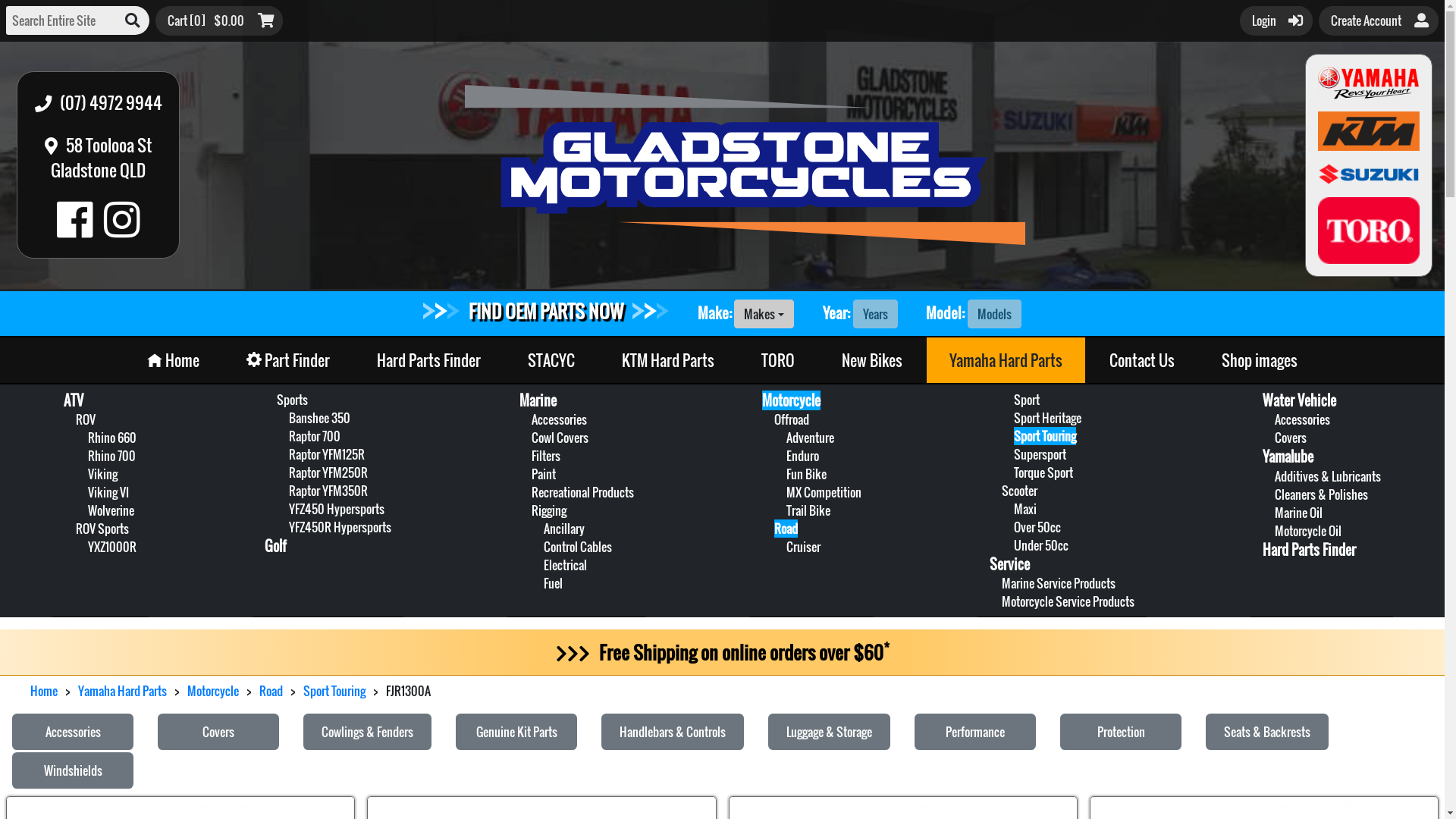 The height and width of the screenshot is (819, 1456). What do you see at coordinates (98, 158) in the screenshot?
I see `'58 Toolooa St` at bounding box center [98, 158].